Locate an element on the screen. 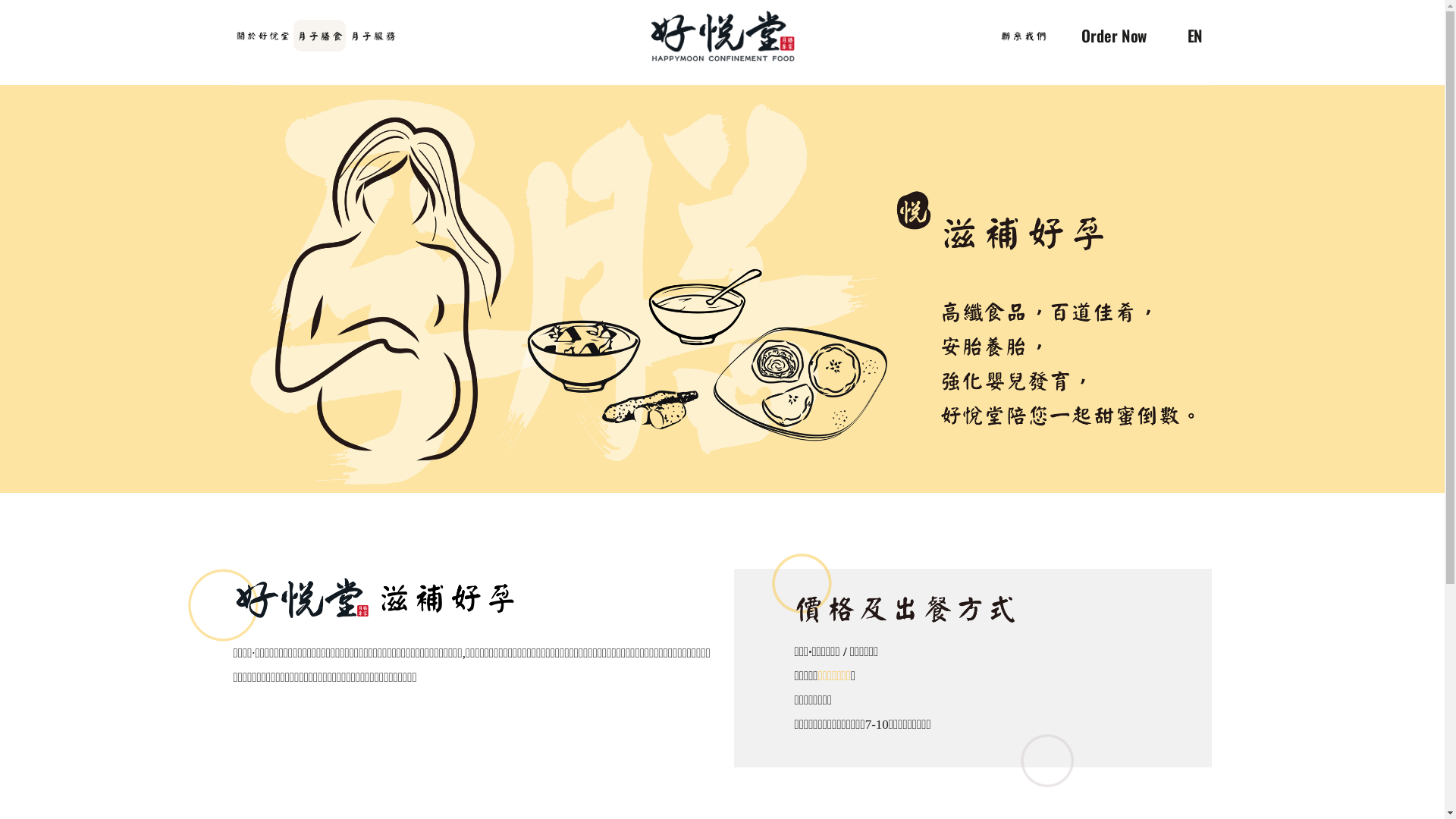 Image resolution: width=1456 pixels, height=819 pixels. 'EN' is located at coordinates (1197, 38).